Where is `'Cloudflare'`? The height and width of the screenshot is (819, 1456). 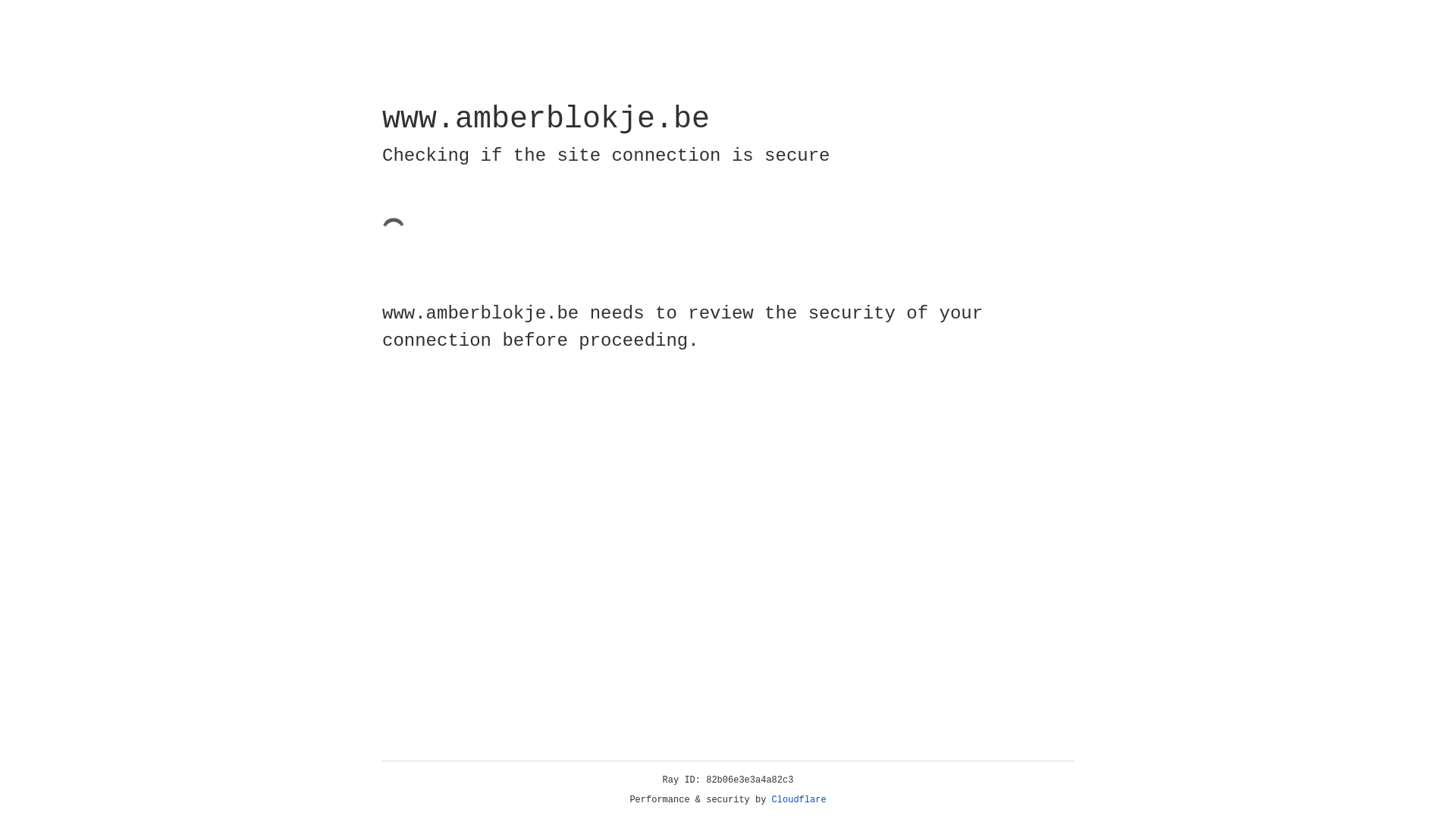
'Cloudflare' is located at coordinates (799, 799).